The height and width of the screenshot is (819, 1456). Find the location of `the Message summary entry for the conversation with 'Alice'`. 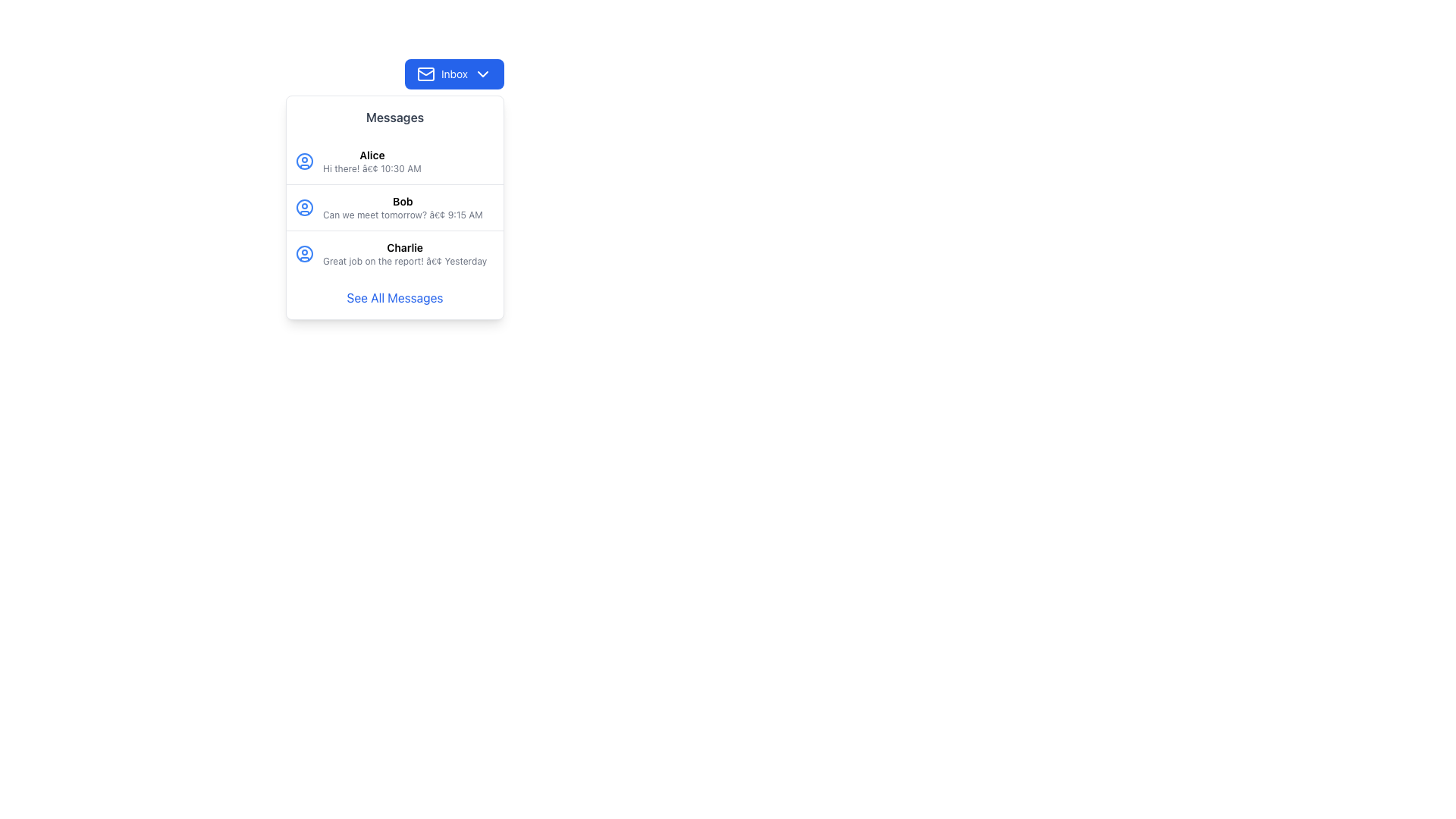

the Message summary entry for the conversation with 'Alice' is located at coordinates (372, 161).